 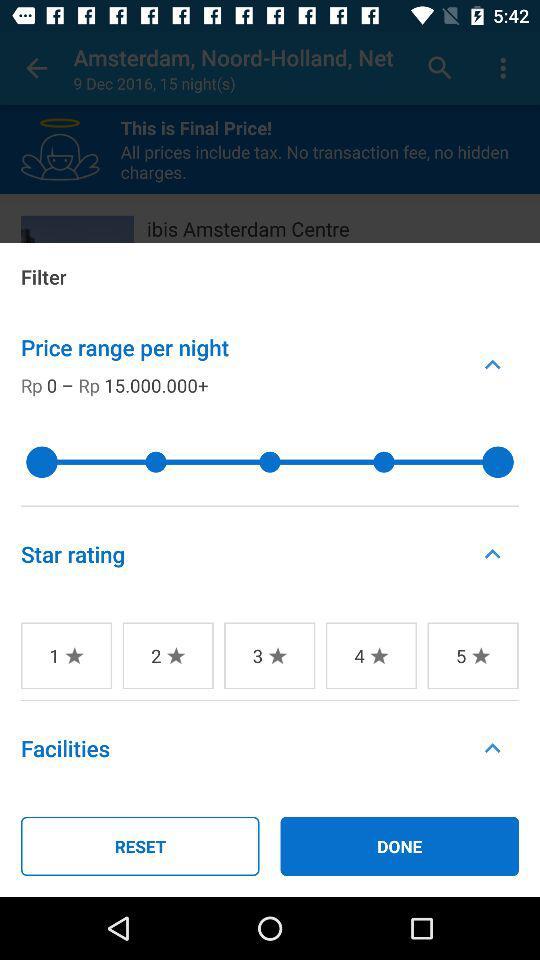 What do you see at coordinates (139, 845) in the screenshot?
I see `icon to the left of the done icon` at bounding box center [139, 845].